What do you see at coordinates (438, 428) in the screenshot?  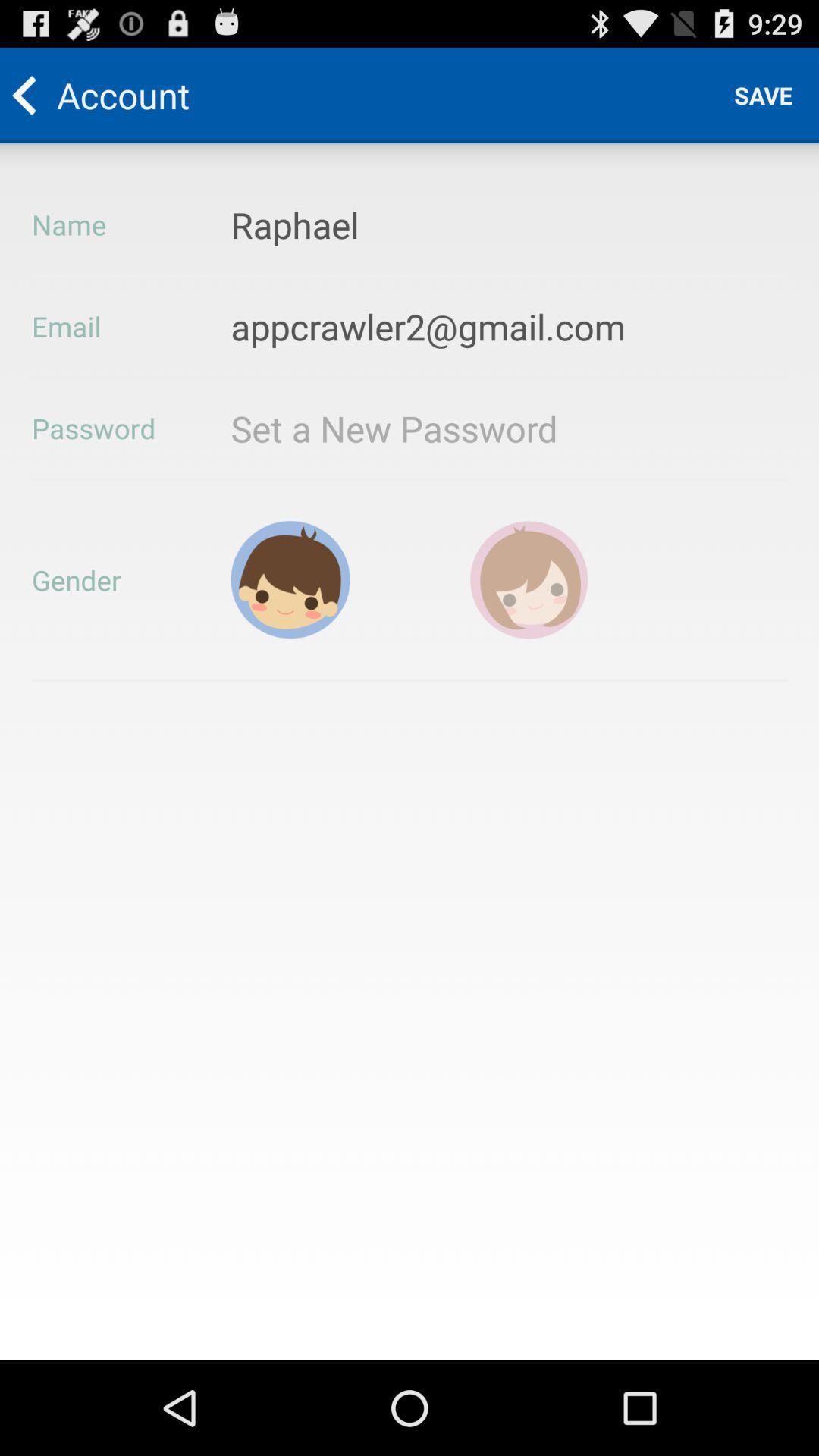 I see `new password` at bounding box center [438, 428].